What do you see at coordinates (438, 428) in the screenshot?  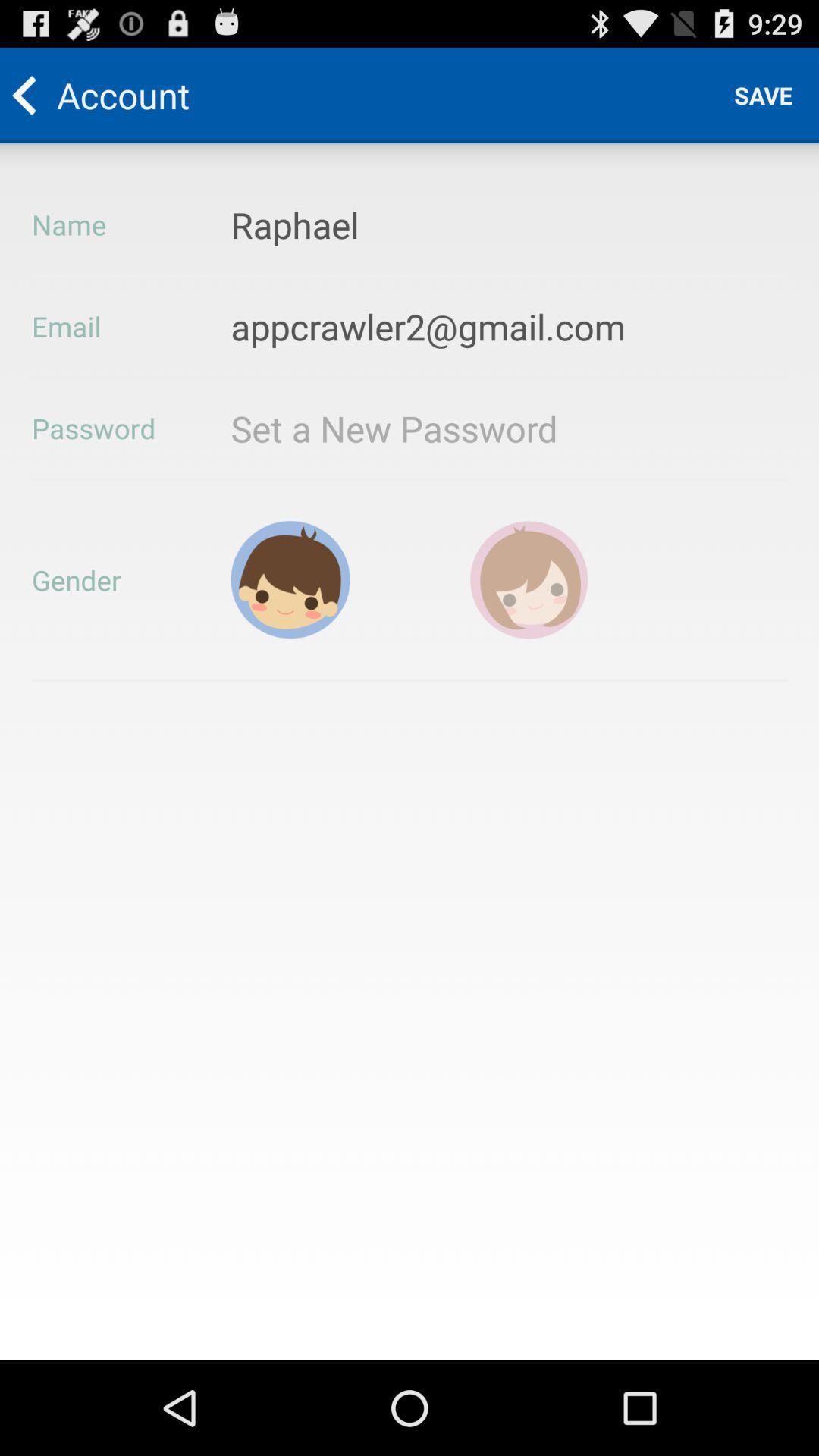 I see `new password` at bounding box center [438, 428].